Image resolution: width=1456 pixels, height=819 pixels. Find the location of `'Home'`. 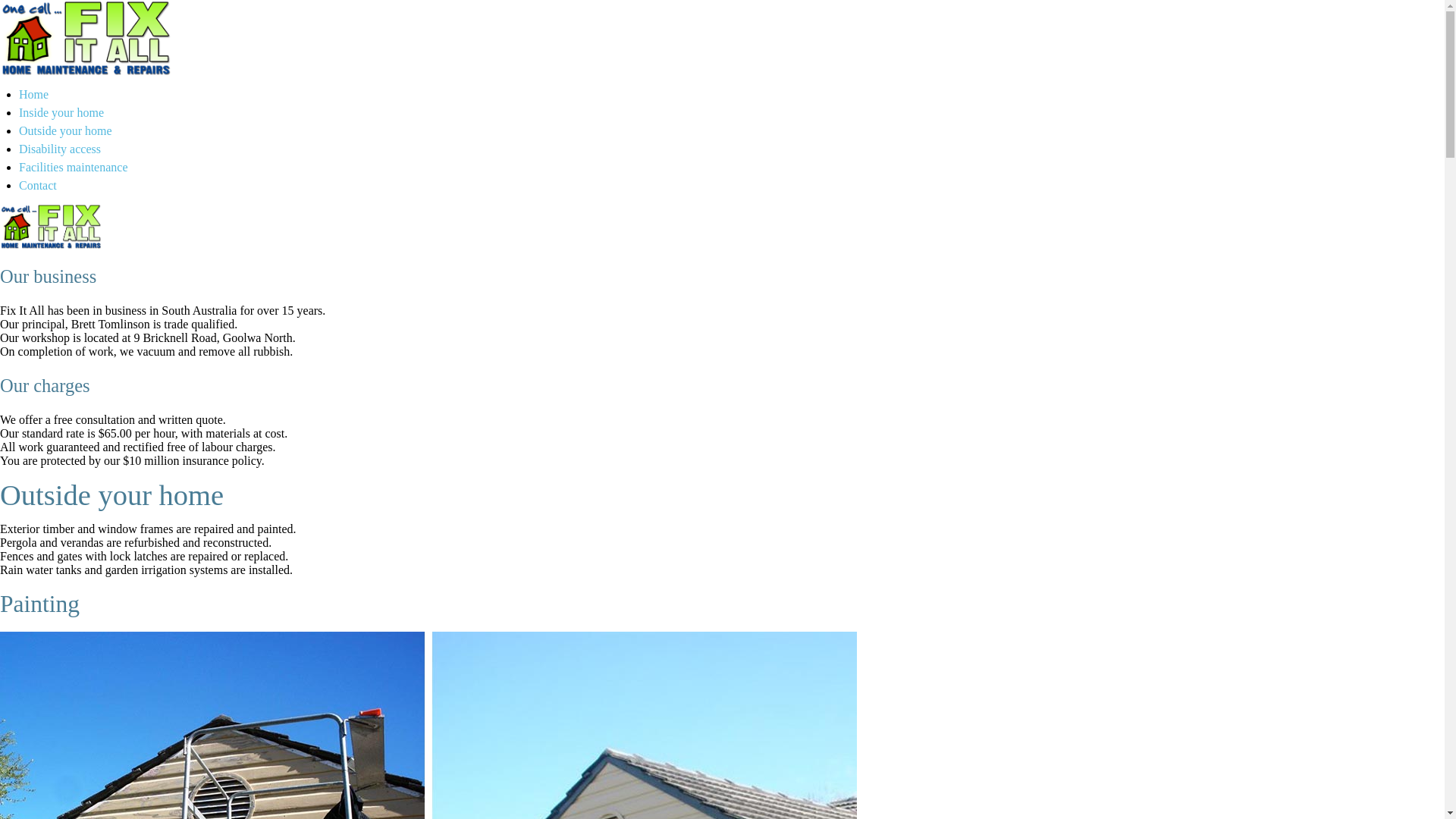

'Home' is located at coordinates (18, 94).